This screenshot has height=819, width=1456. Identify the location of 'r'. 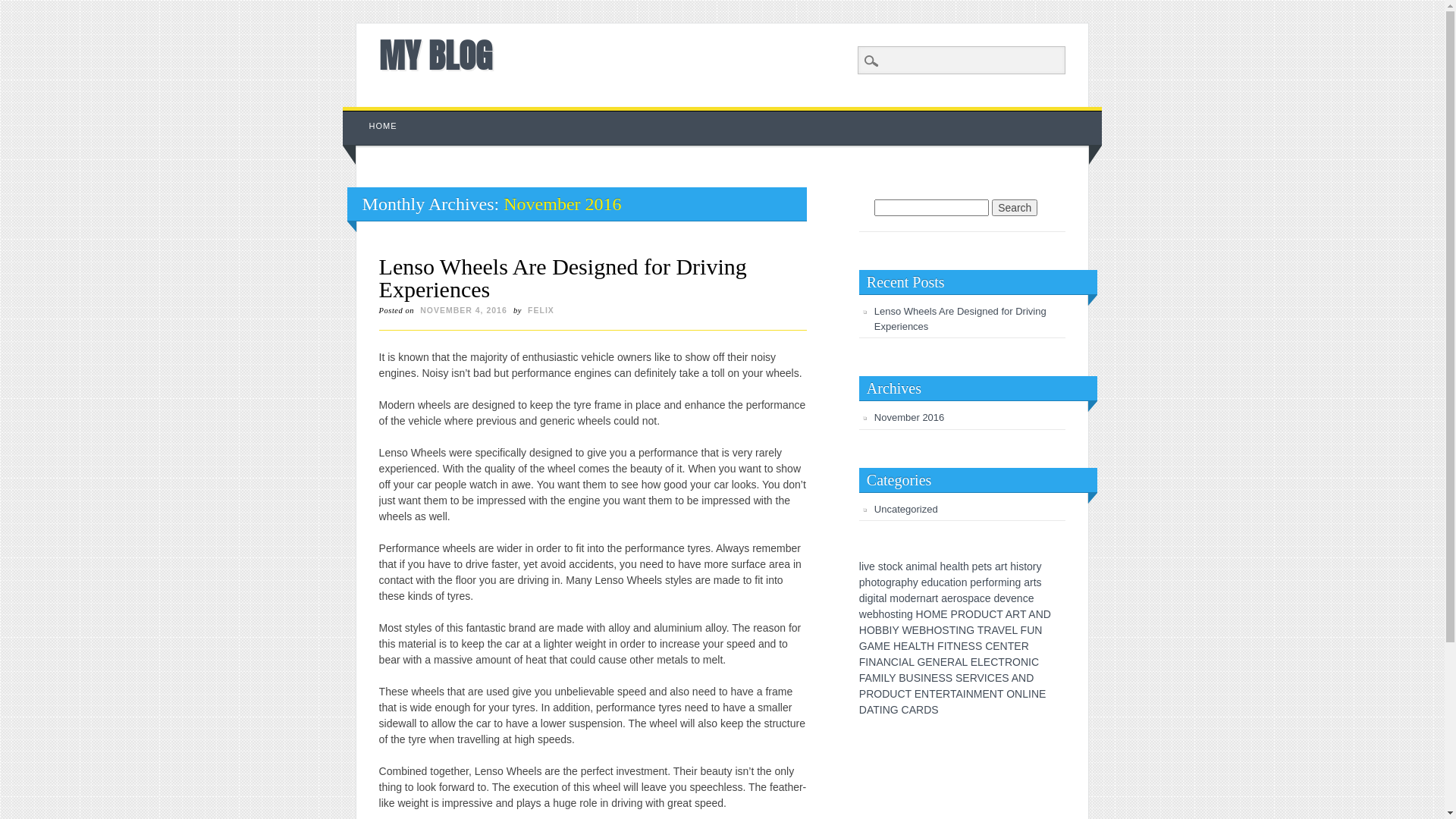
(1031, 581).